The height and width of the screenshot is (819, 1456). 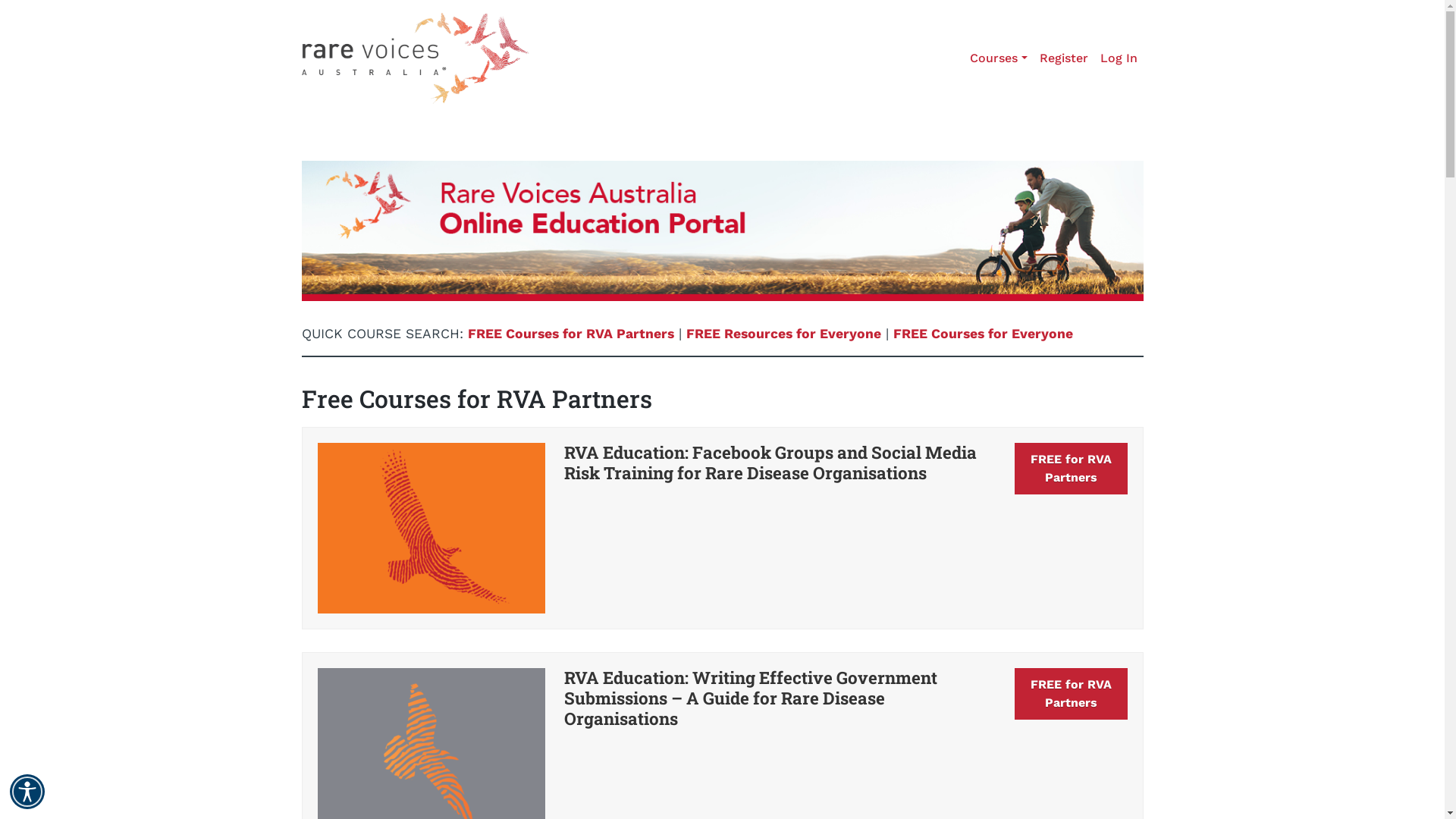 What do you see at coordinates (783, 332) in the screenshot?
I see `'FREE Resources for Everyone'` at bounding box center [783, 332].